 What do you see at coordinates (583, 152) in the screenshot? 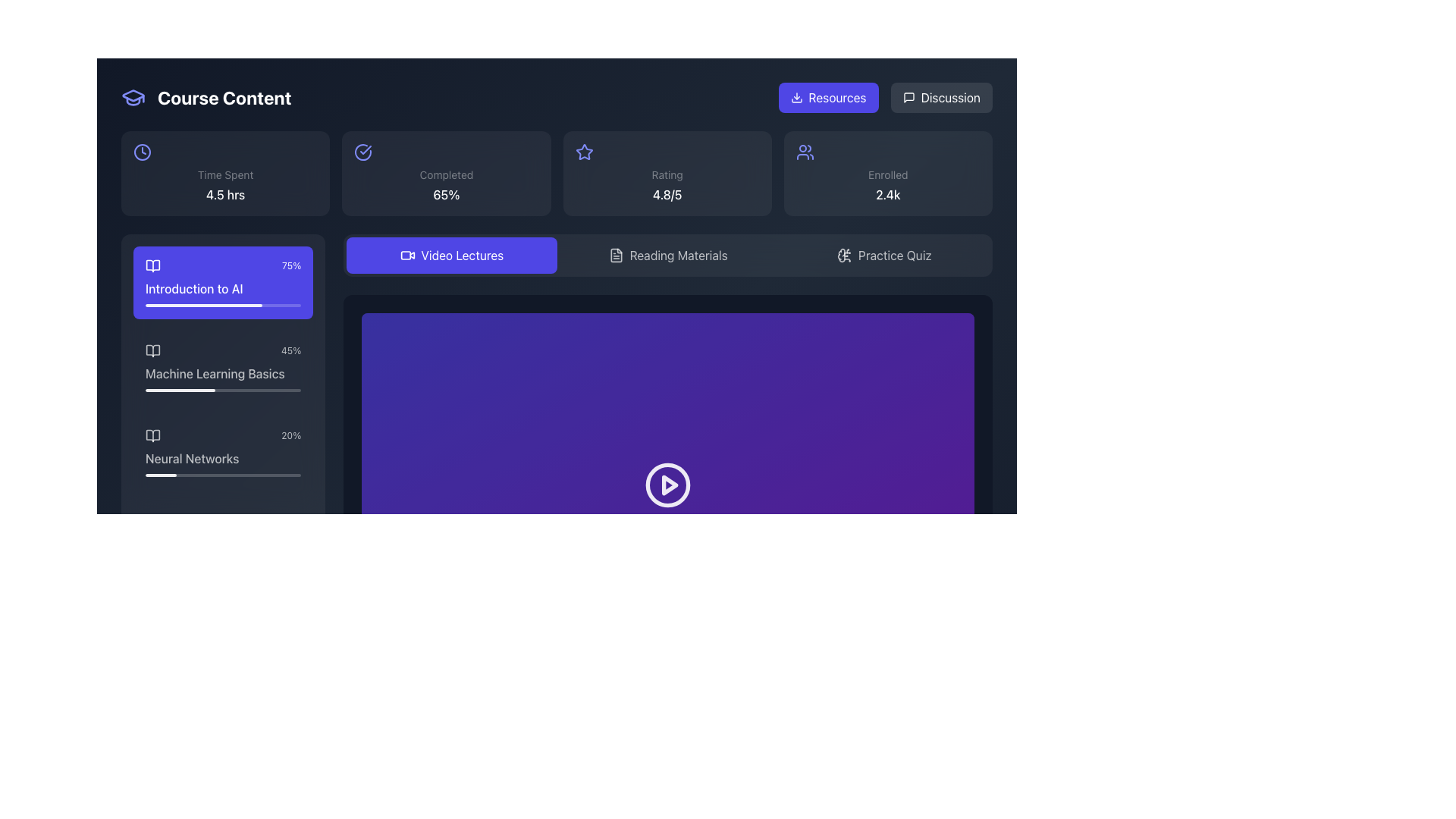
I see `the star icon represented as an SVG graphic with the class 'lucide-star', which visually indicates a rating of '4.8/5'` at bounding box center [583, 152].